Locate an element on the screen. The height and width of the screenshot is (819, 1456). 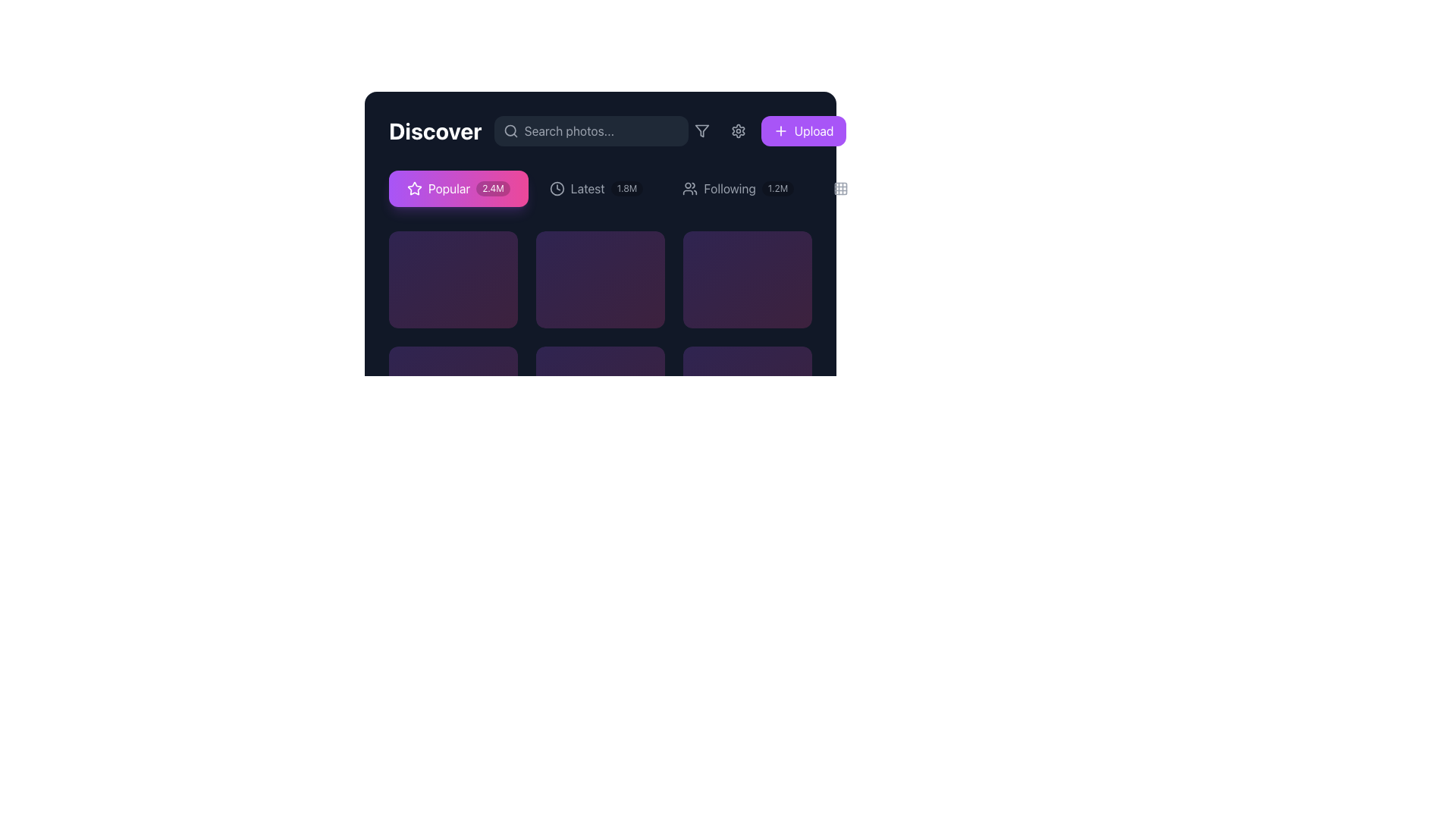
the bookmark button located at the bottom-right of the card is located at coordinates (785, 366).